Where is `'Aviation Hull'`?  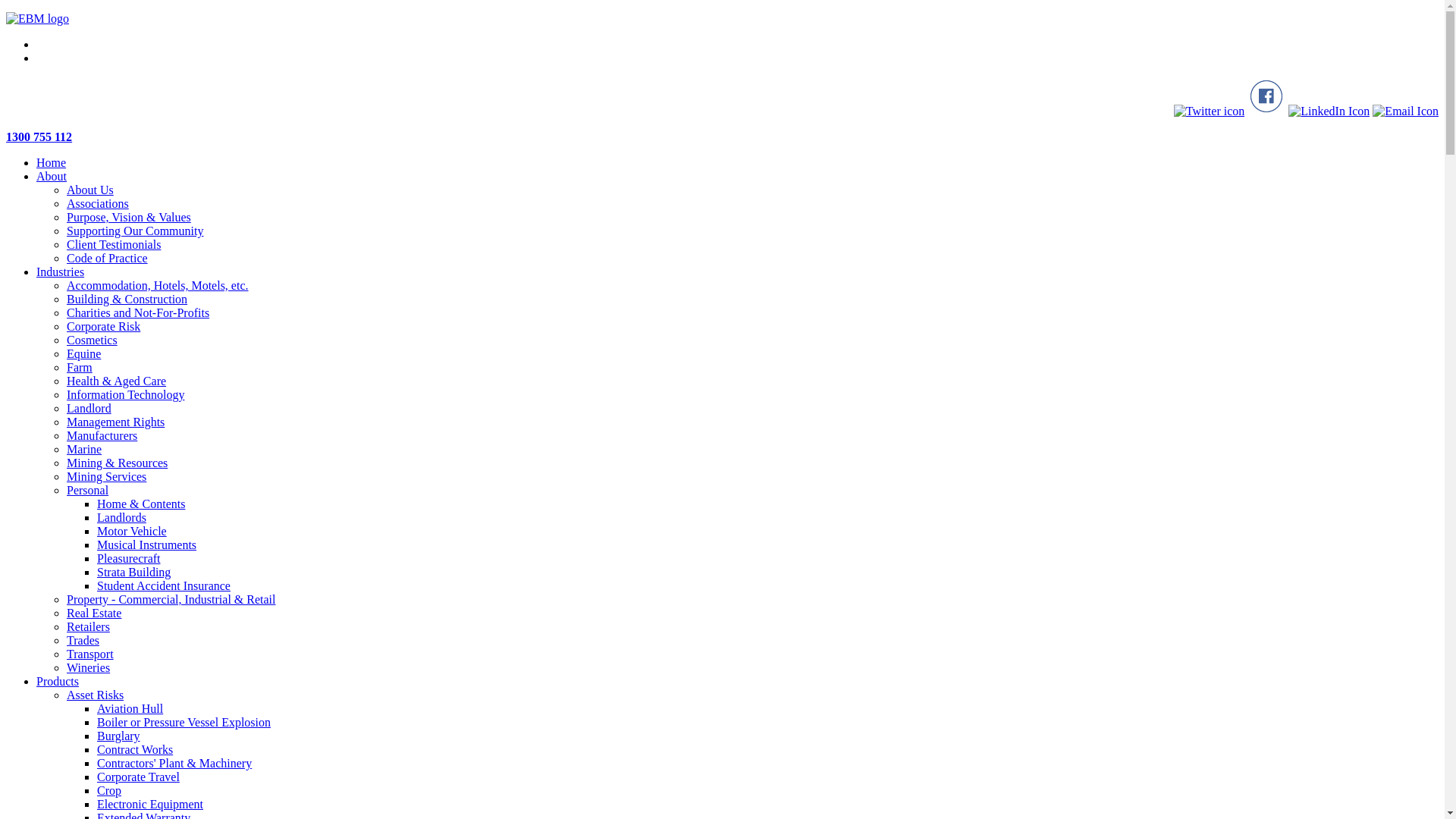
'Aviation Hull' is located at coordinates (130, 708).